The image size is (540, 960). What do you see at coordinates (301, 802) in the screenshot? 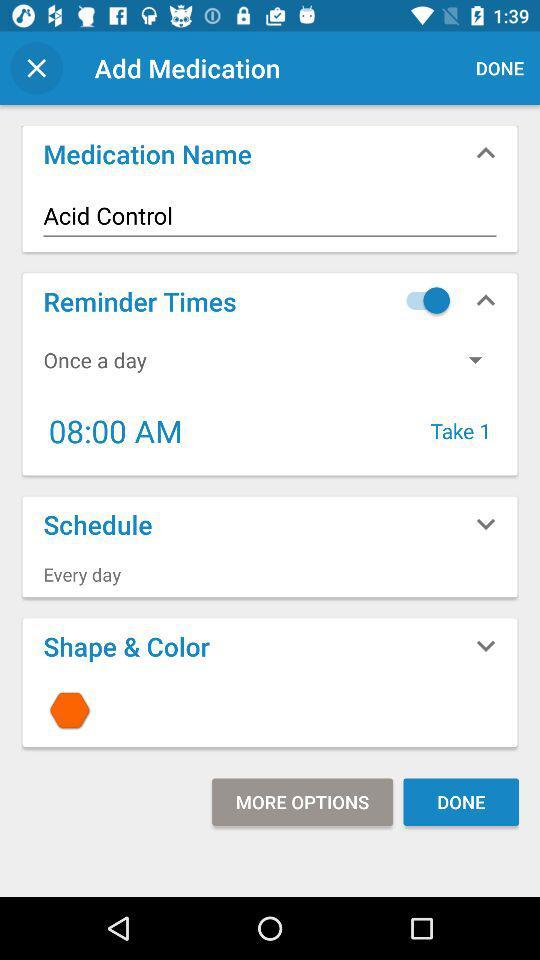
I see `the icon below the   icon` at bounding box center [301, 802].